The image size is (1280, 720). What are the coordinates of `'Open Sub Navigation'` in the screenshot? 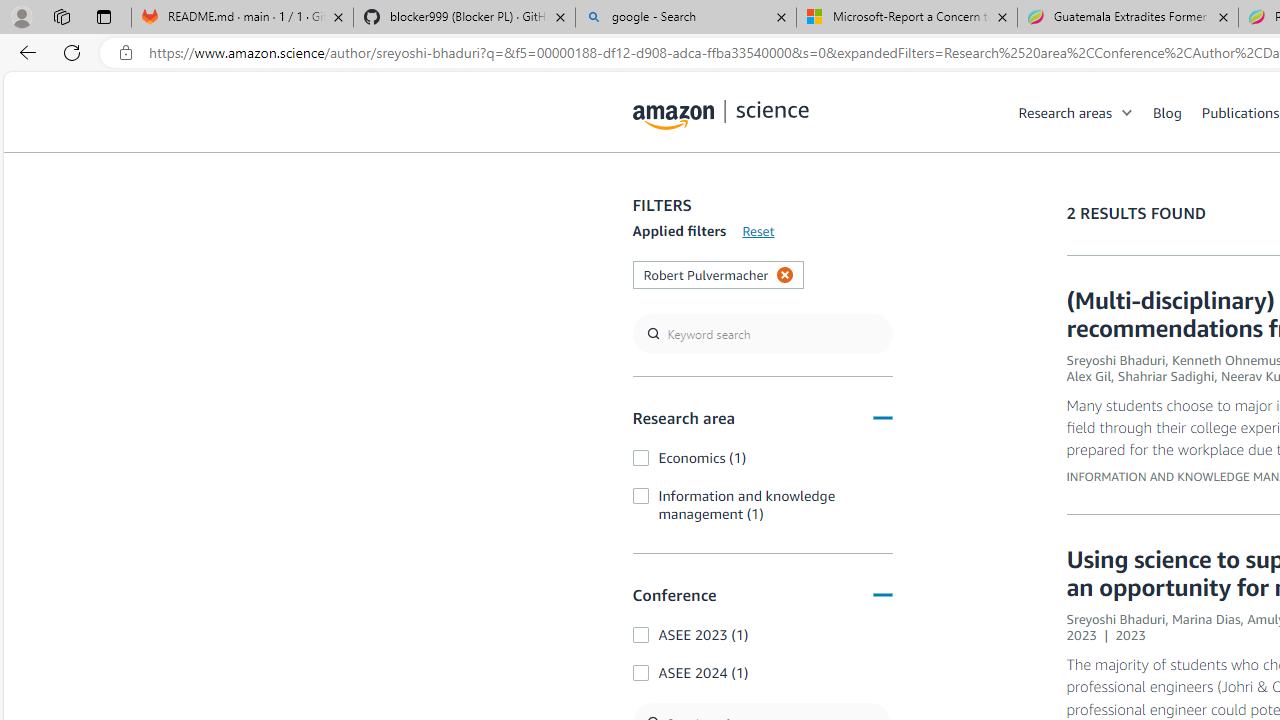 It's located at (1128, 111).